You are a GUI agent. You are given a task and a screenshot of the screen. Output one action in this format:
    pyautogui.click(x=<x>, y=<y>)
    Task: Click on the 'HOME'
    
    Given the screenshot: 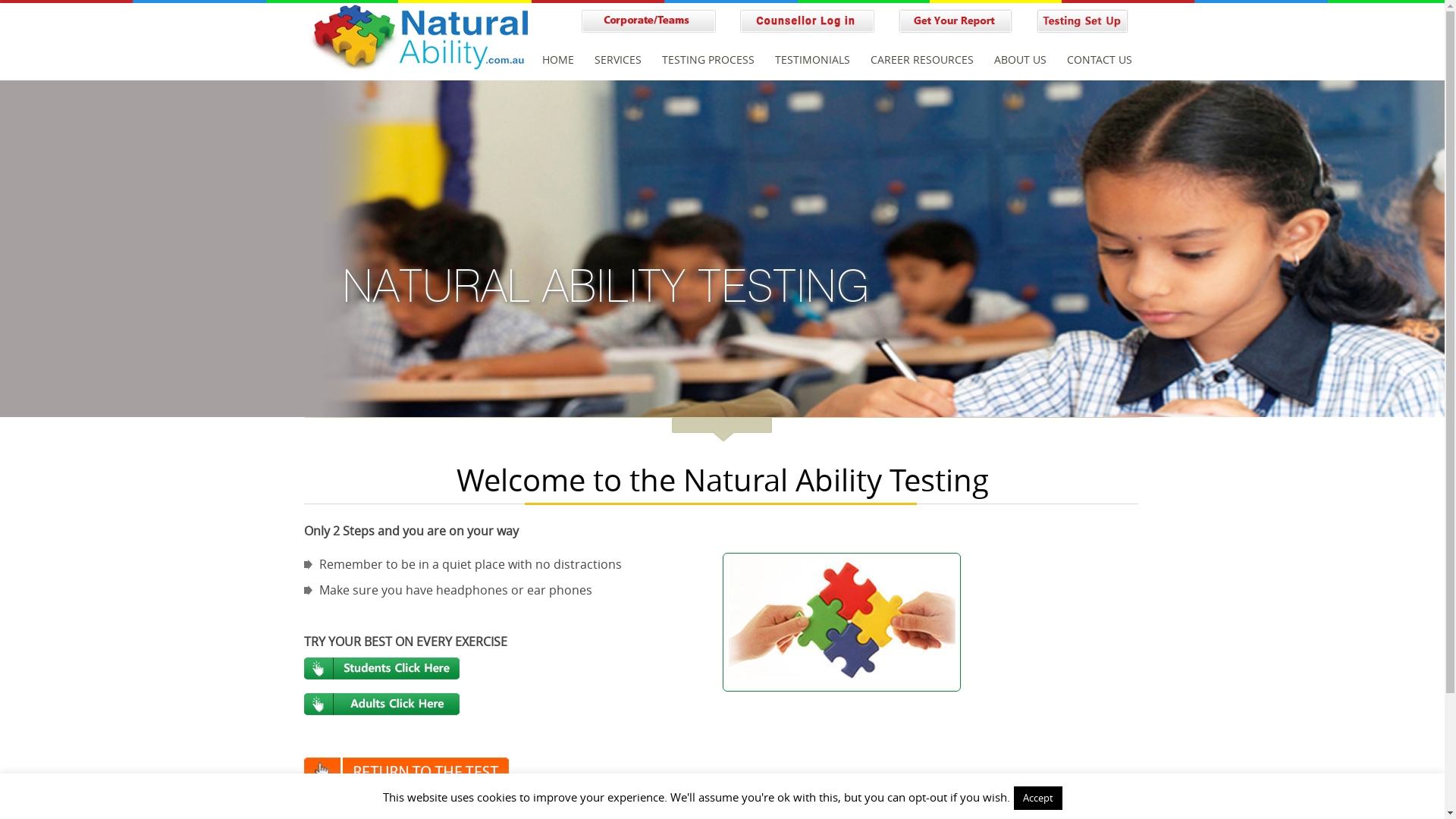 What is the action you would take?
    pyautogui.click(x=556, y=58)
    